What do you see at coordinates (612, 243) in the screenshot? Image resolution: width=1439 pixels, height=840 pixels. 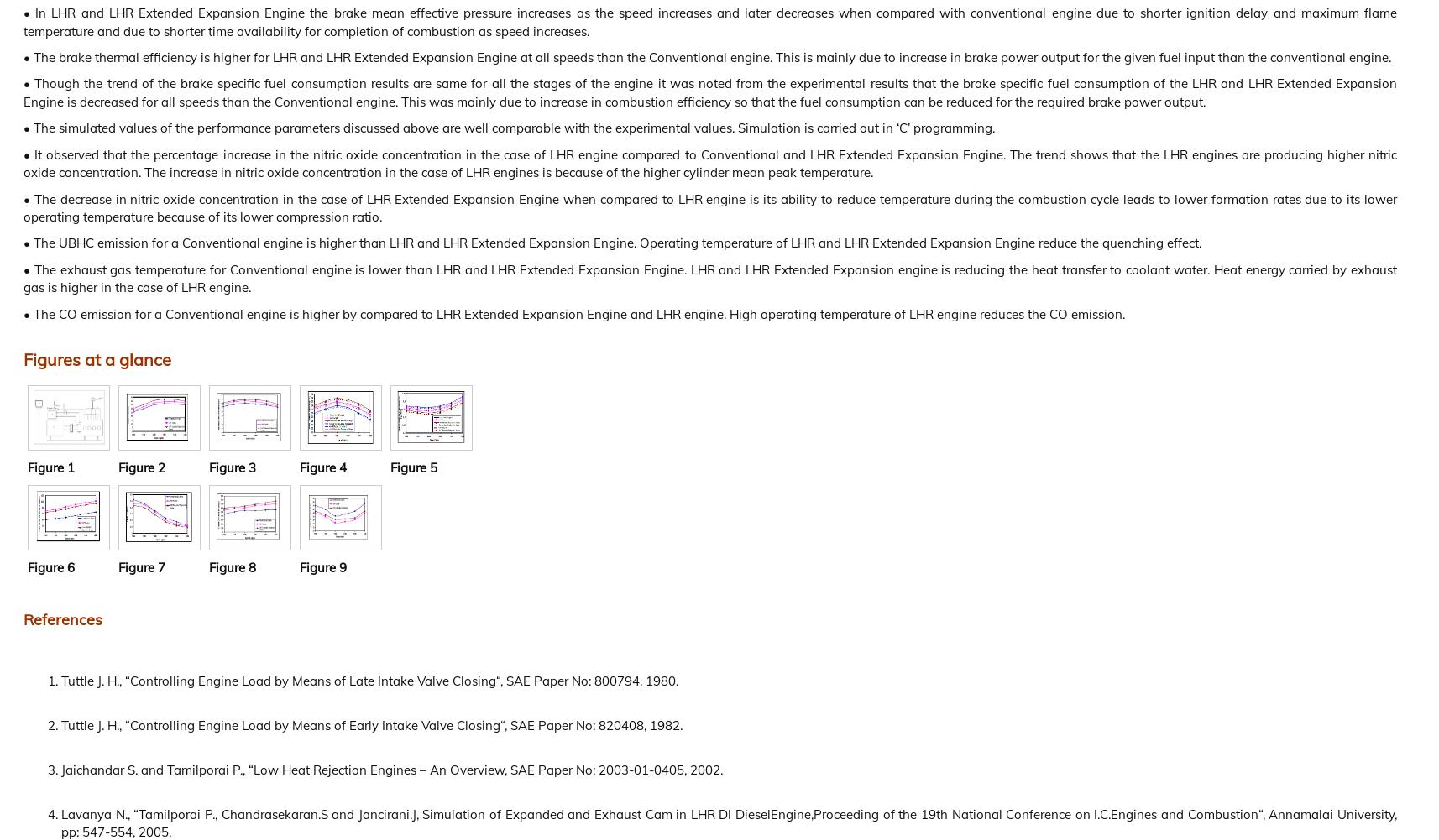 I see `'• The UBHC emission for a Conventional engine is higher than LHR and LHR Extended Expansion Engine.
Operating temperature of LHR and LHR Extended Expansion Engine reduce the quenching effect.'` at bounding box center [612, 243].